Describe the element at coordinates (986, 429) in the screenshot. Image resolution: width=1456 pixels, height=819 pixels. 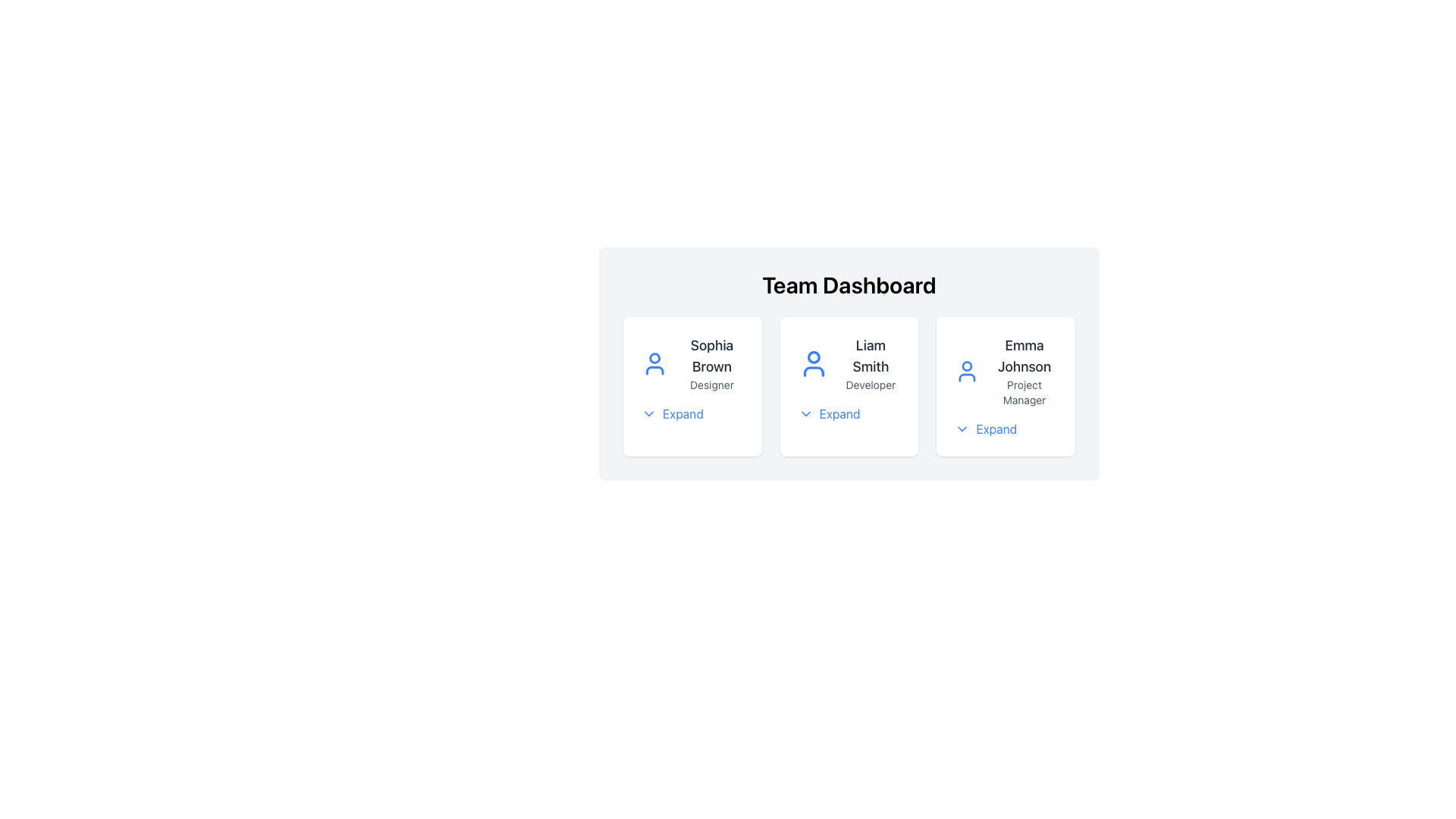
I see `the fourth 'Expand' button located at the bottom-right corner of the 'Emma Johnson' card in the 'Team Dashboard' to trigger a tooltip` at that location.